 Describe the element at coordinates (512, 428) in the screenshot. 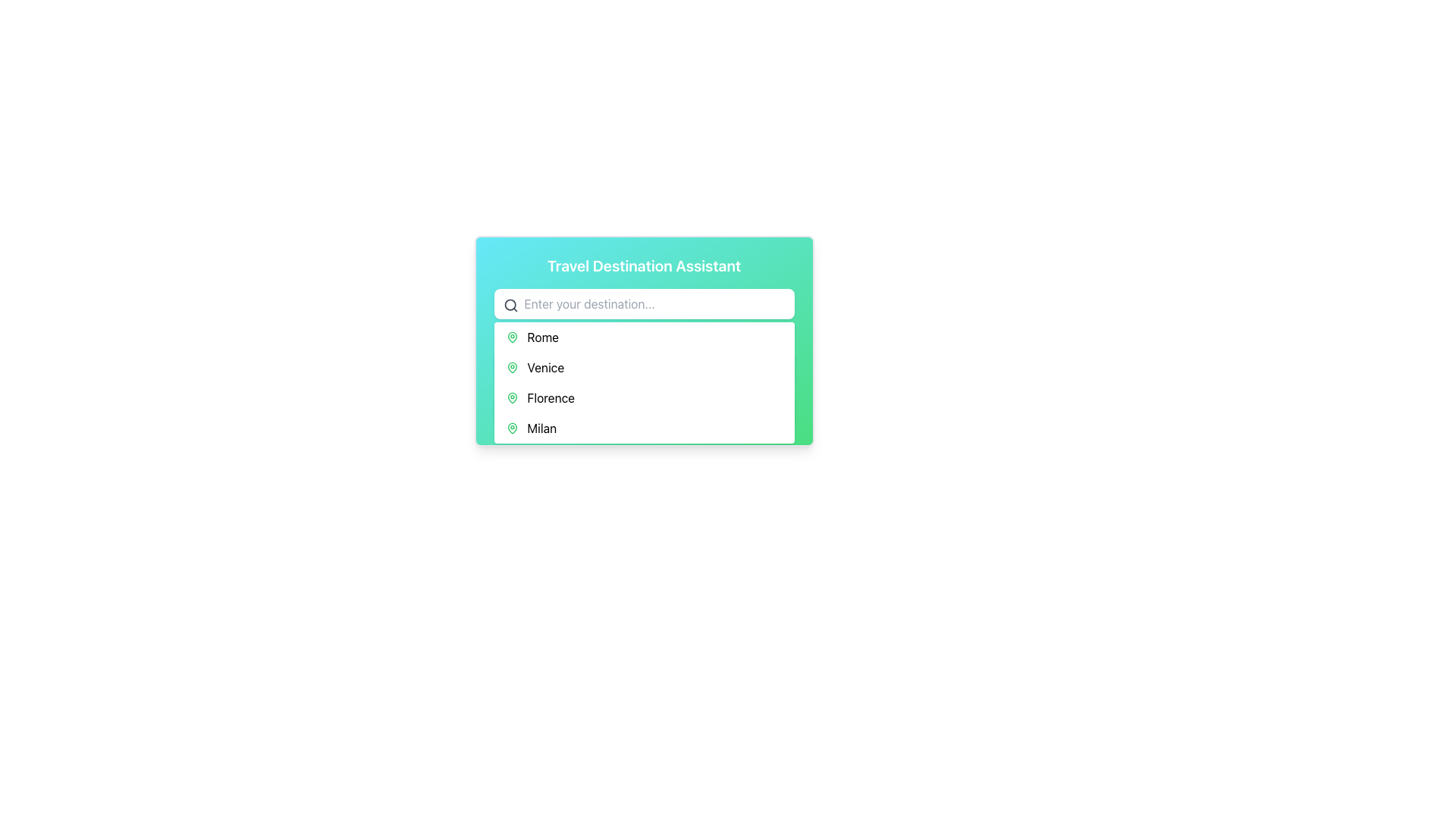

I see `the location icon associated with the 'Milan' entry in the fourth position of the drop-down list to interact with it` at that location.